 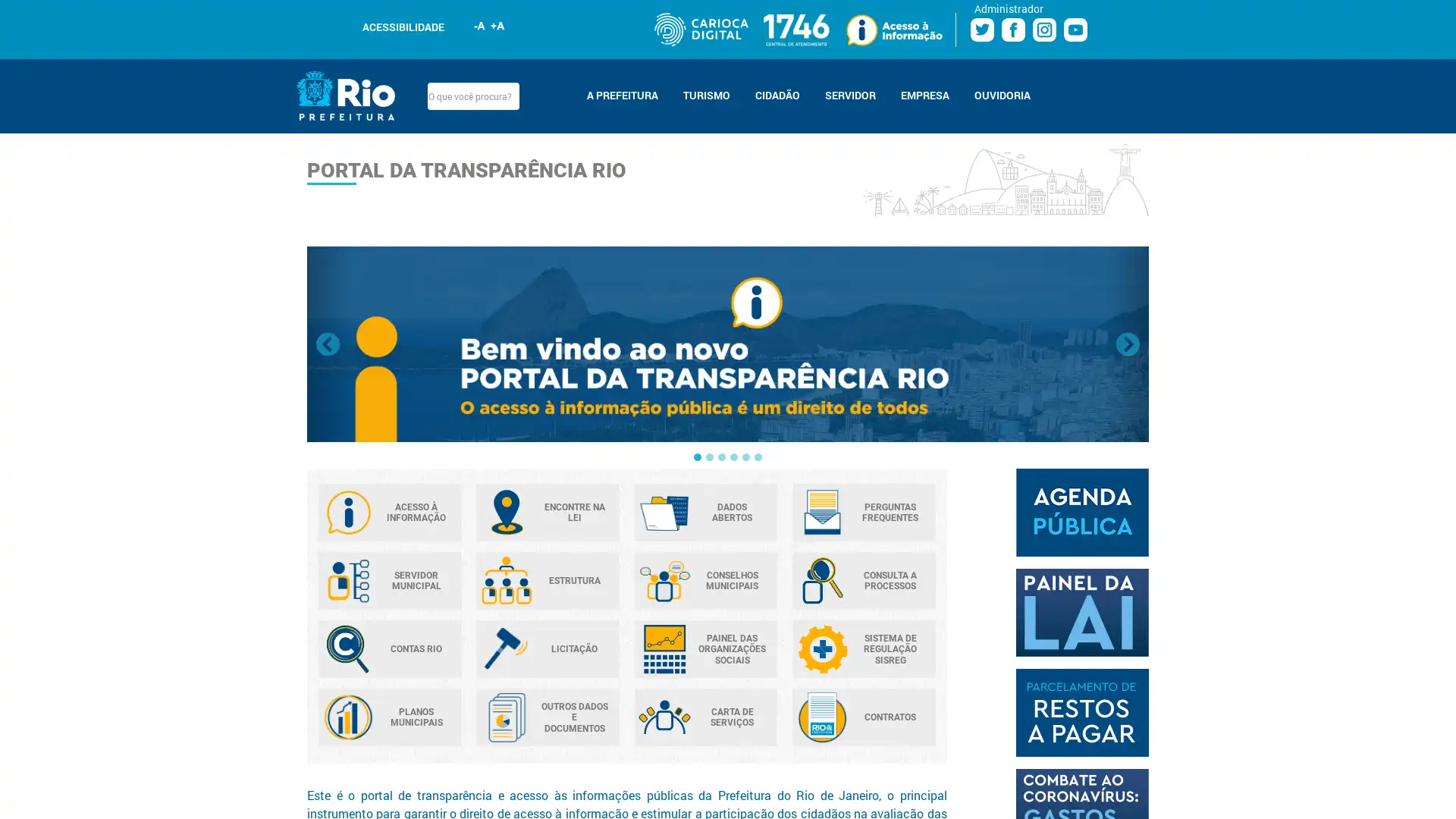 I want to click on Anterior, so click(x=327, y=344).